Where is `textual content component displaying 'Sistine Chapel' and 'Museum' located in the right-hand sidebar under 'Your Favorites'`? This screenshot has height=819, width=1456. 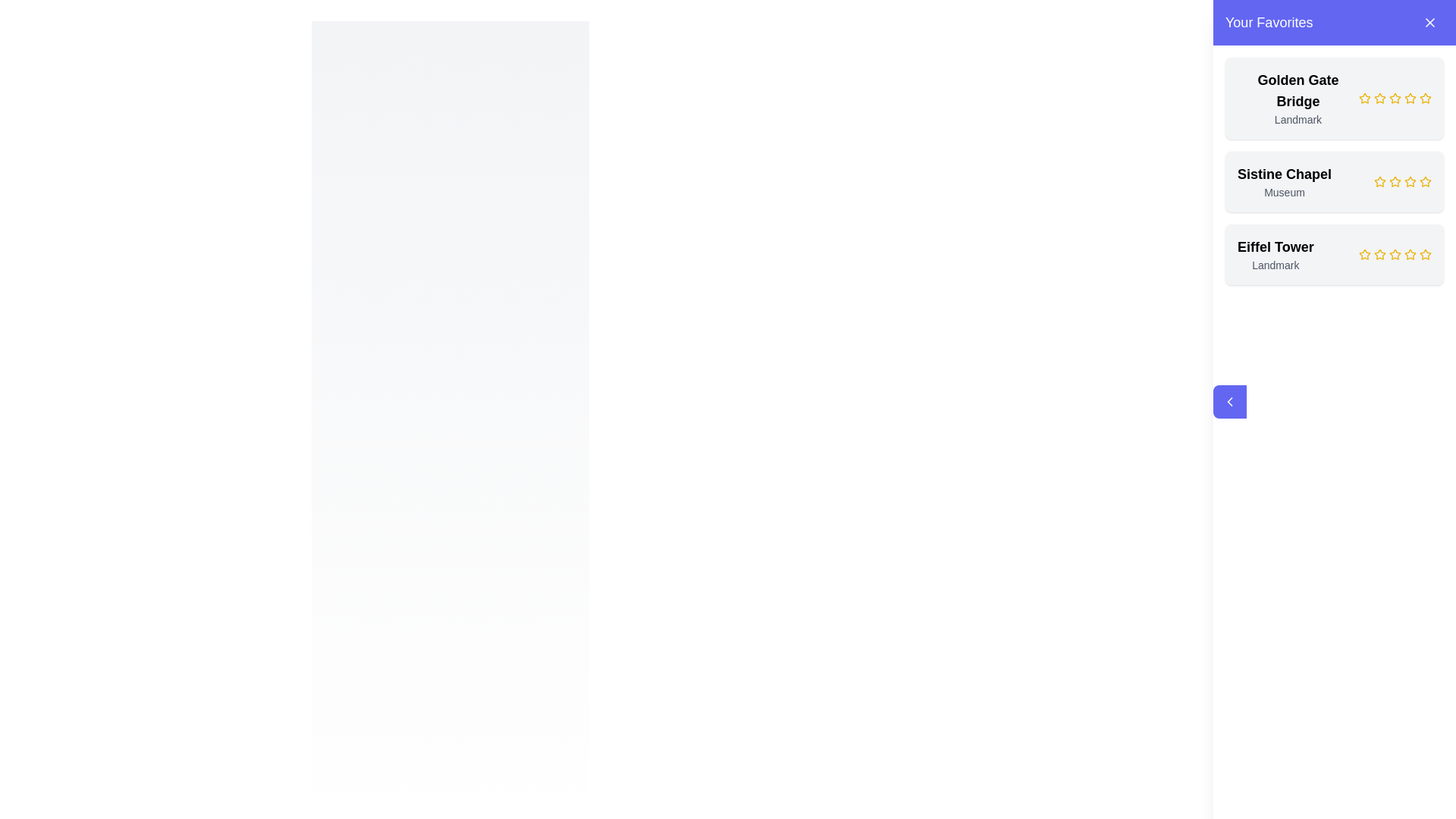 textual content component displaying 'Sistine Chapel' and 'Museum' located in the right-hand sidebar under 'Your Favorites' is located at coordinates (1284, 180).